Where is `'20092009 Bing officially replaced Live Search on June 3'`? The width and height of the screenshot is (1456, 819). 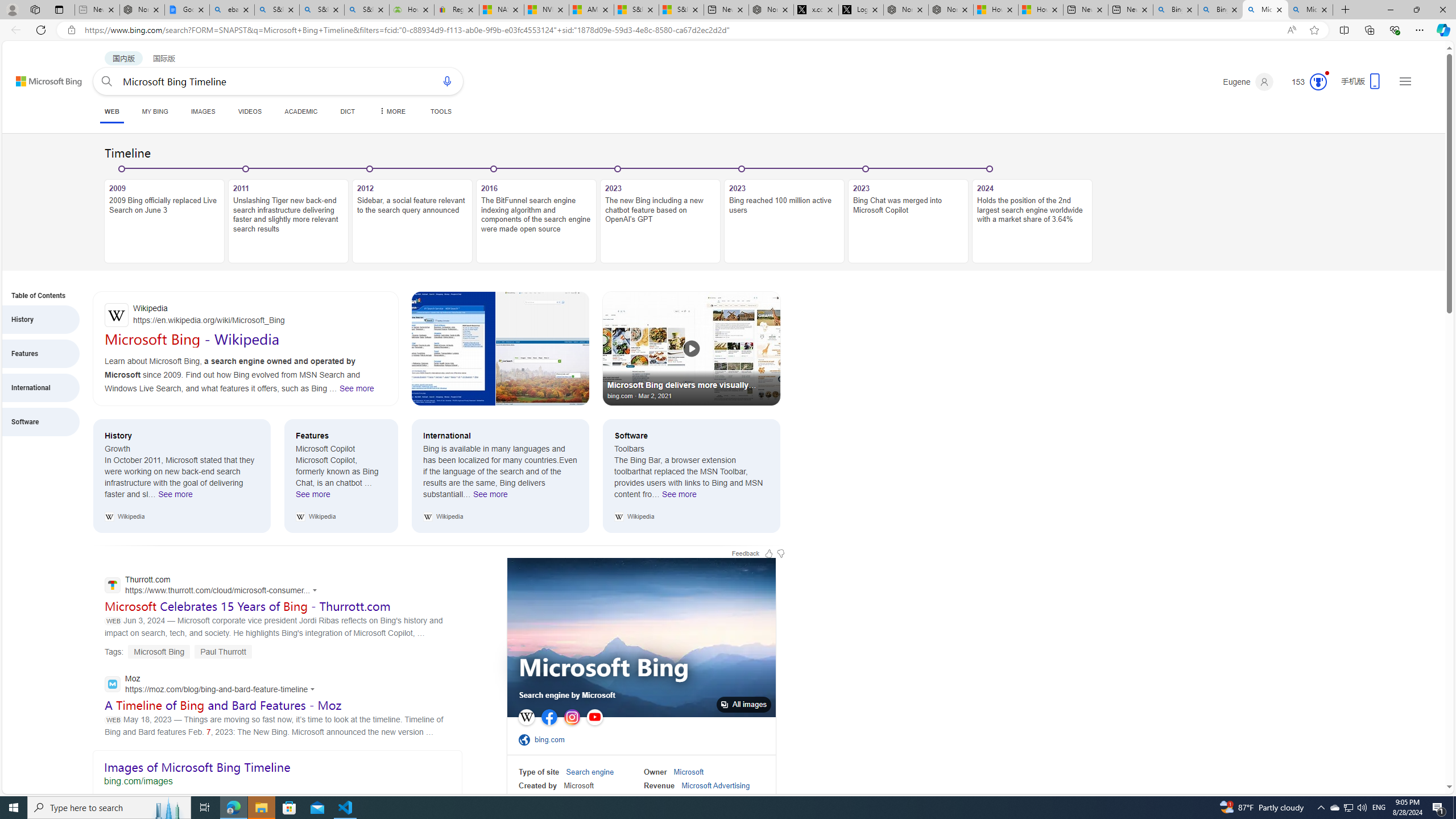 '20092009 Bing officially replaced Live Search on June 3' is located at coordinates (164, 215).